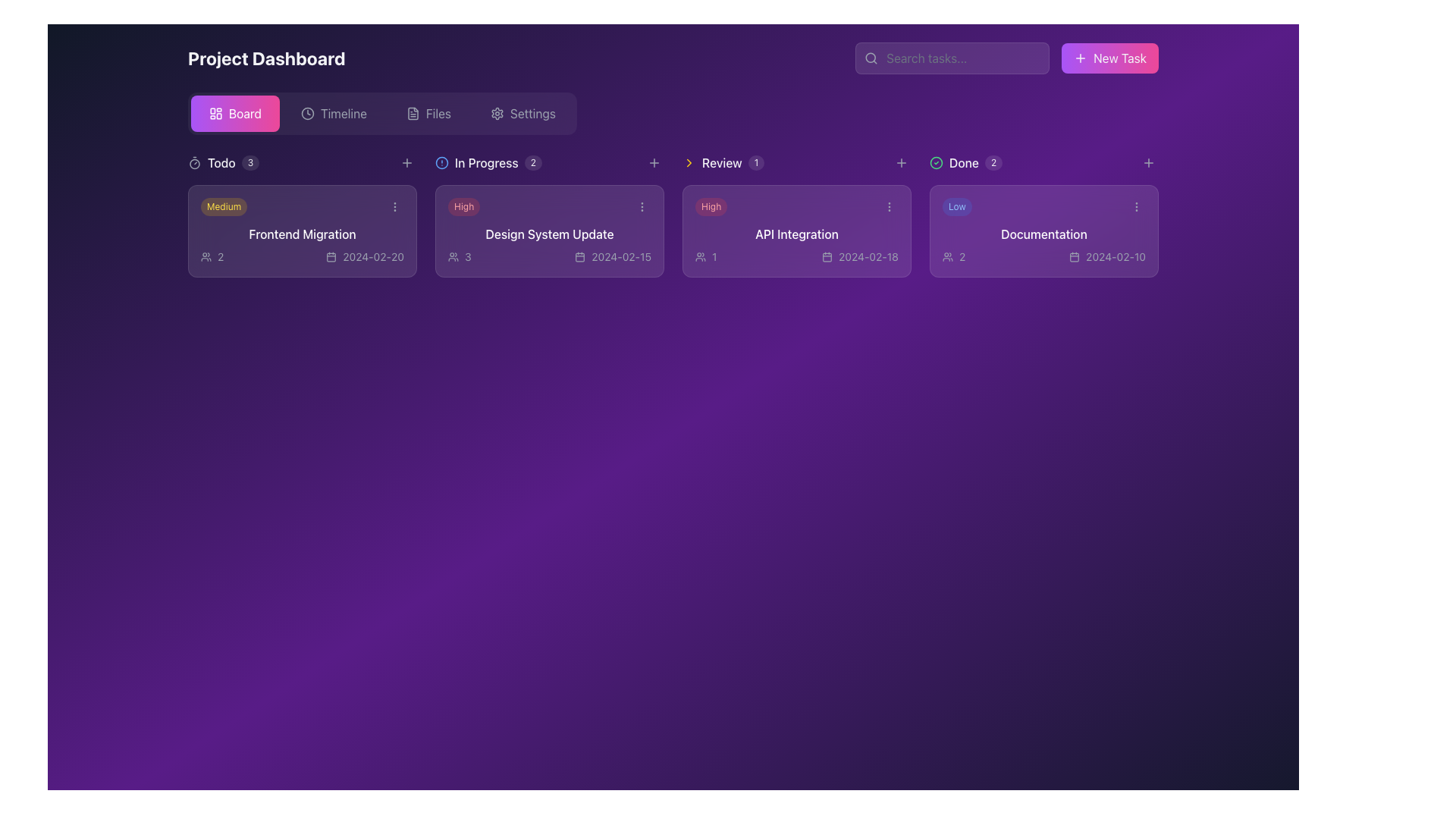 This screenshot has width=1456, height=819. What do you see at coordinates (522, 113) in the screenshot?
I see `the 'Settings' button, which is the fourth button in the navigation bar` at bounding box center [522, 113].